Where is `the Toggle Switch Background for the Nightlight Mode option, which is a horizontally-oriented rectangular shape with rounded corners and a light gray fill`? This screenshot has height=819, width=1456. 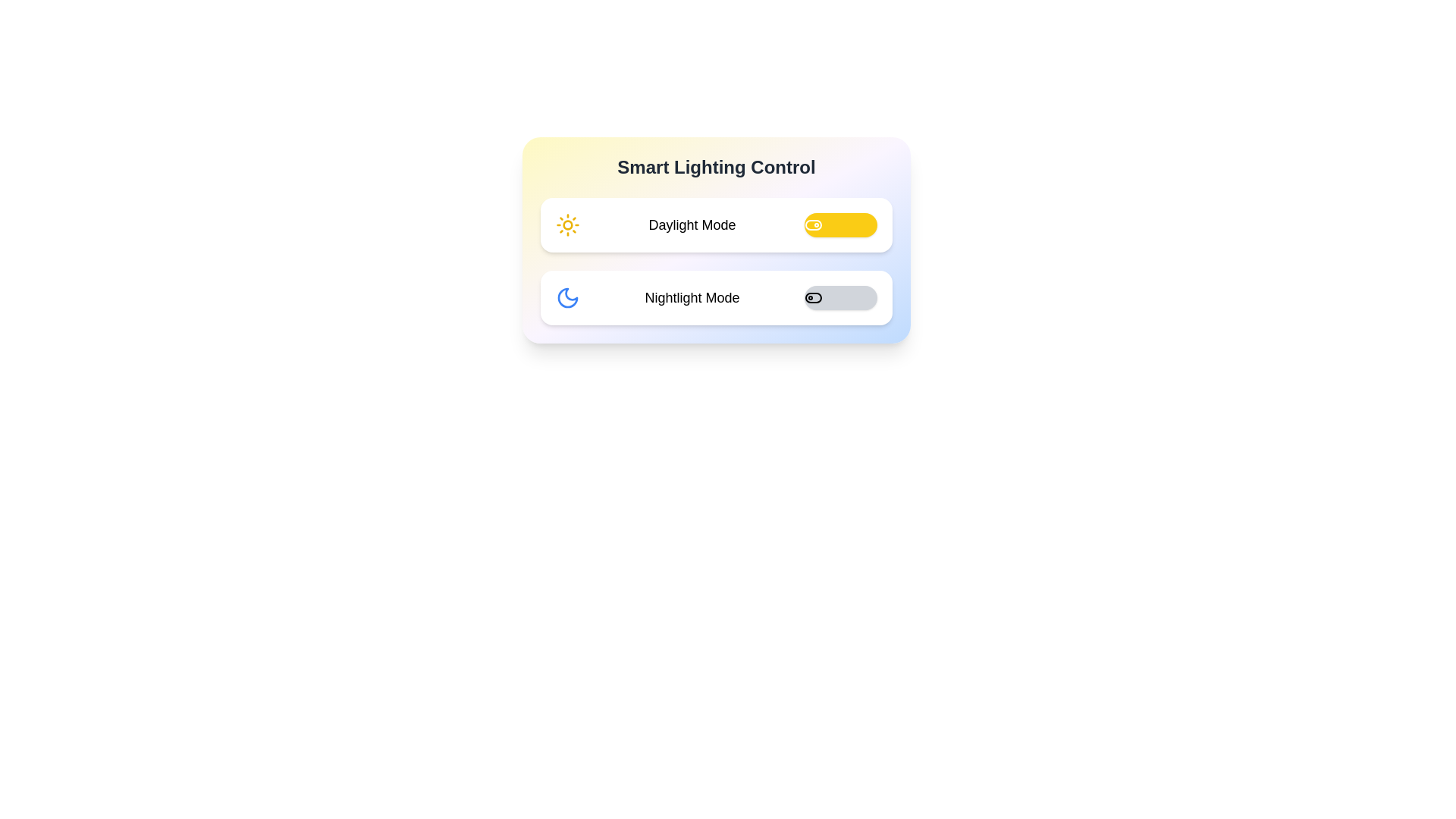 the Toggle Switch Background for the Nightlight Mode option, which is a horizontally-oriented rectangular shape with rounded corners and a light gray fill is located at coordinates (813, 298).